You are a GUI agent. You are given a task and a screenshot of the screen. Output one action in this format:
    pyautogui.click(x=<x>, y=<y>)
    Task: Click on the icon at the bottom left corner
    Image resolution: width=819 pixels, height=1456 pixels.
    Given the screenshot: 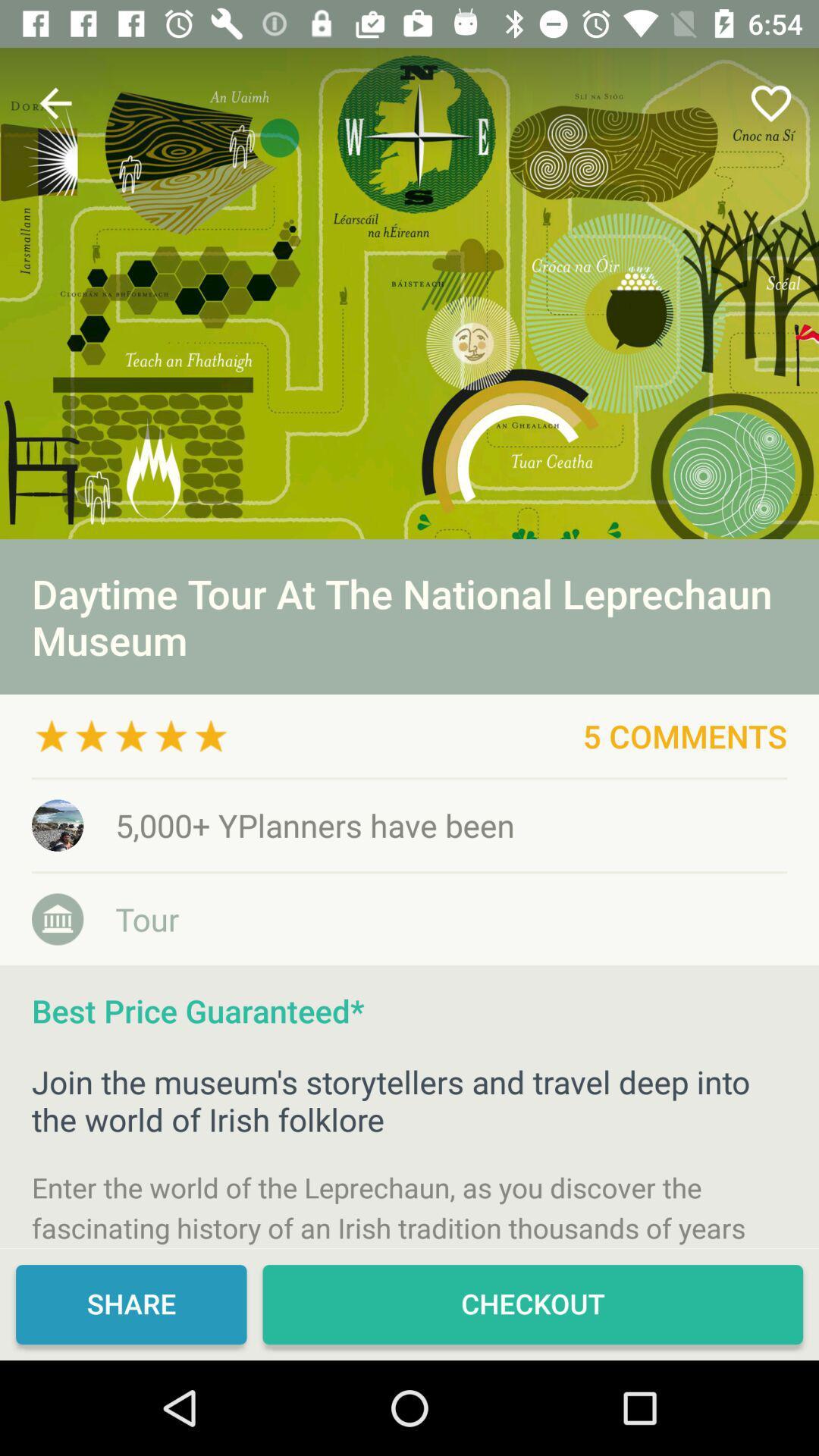 What is the action you would take?
    pyautogui.click(x=130, y=1304)
    